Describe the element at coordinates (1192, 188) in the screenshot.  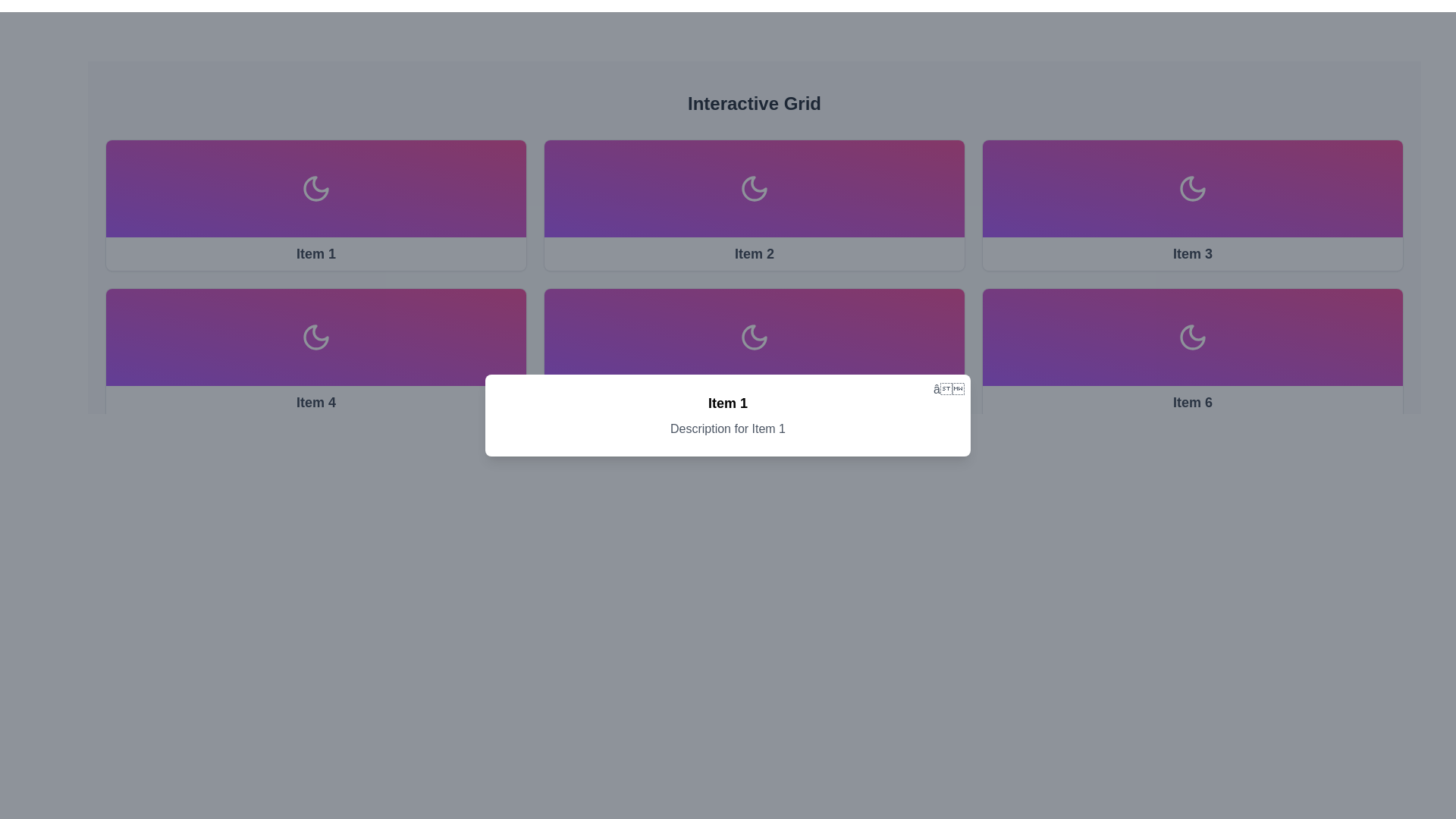
I see `the moon icon representing 'Item 3' in the top row of the grid` at that location.